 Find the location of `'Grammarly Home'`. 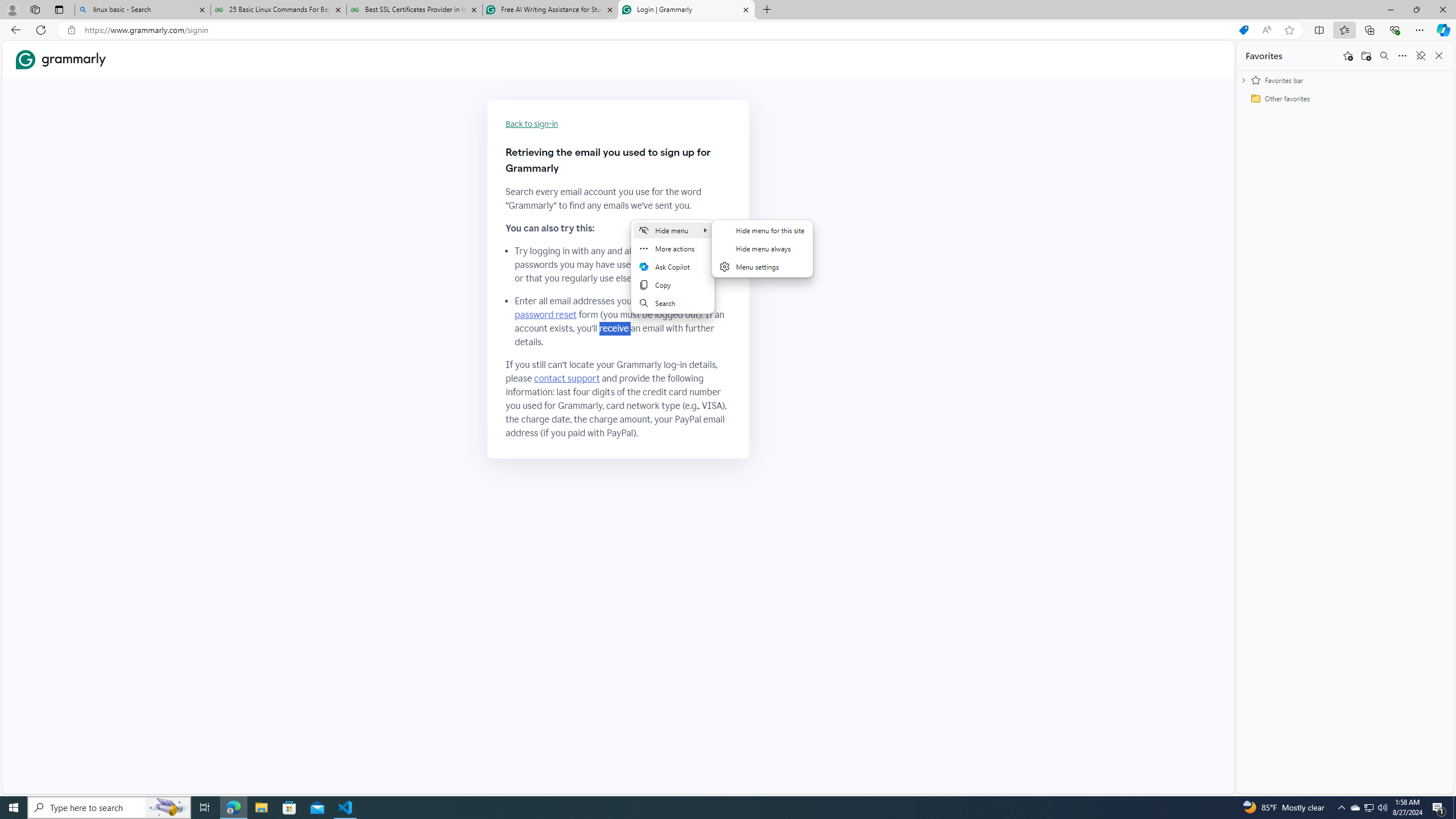

'Grammarly Home' is located at coordinates (60, 59).